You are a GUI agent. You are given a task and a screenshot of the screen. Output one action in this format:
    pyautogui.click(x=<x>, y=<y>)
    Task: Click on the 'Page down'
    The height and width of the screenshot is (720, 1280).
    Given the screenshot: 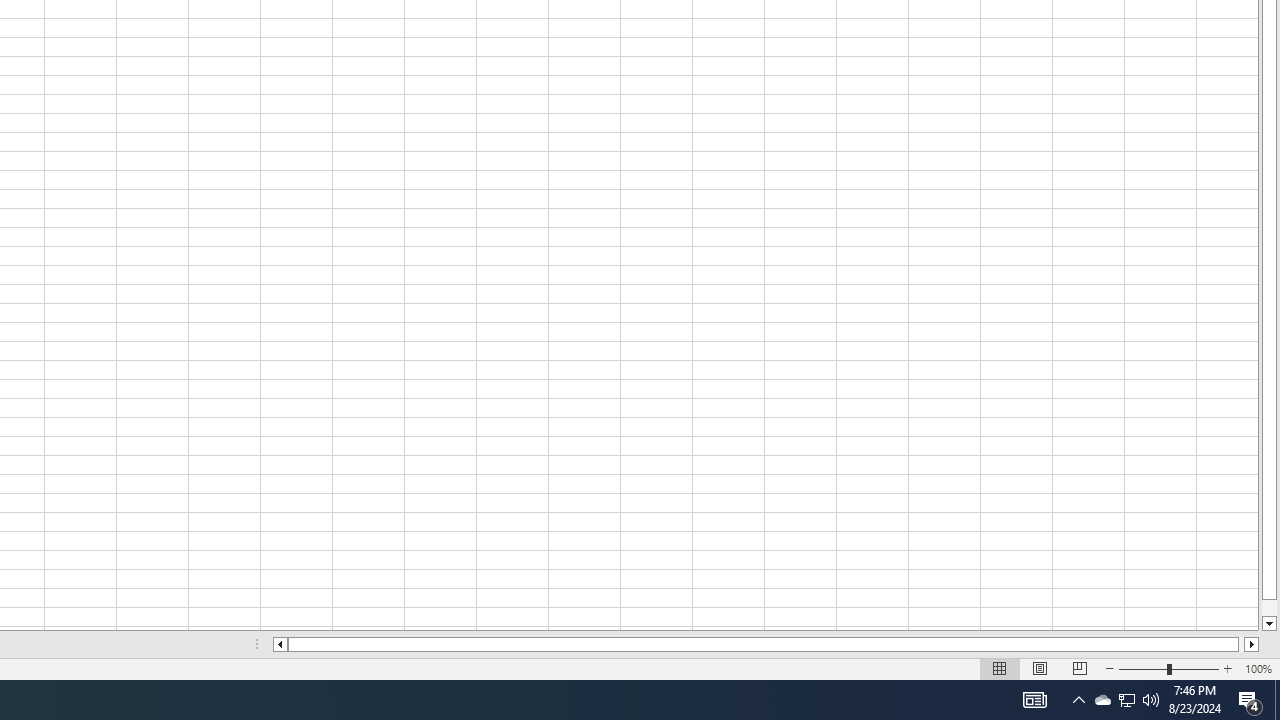 What is the action you would take?
    pyautogui.click(x=1268, y=607)
    